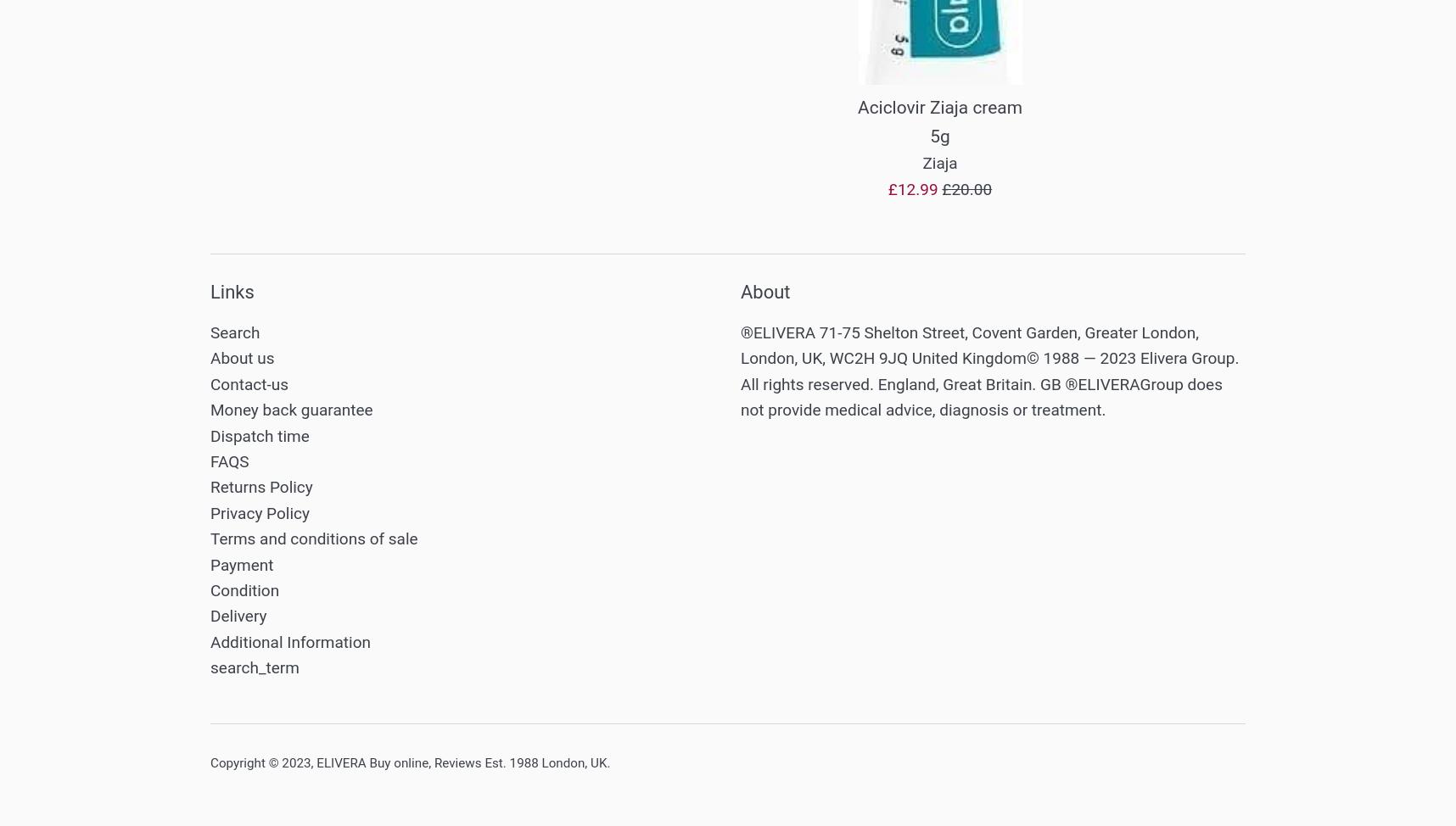  Describe the element at coordinates (313, 538) in the screenshot. I see `'Terms and conditions of sale'` at that location.